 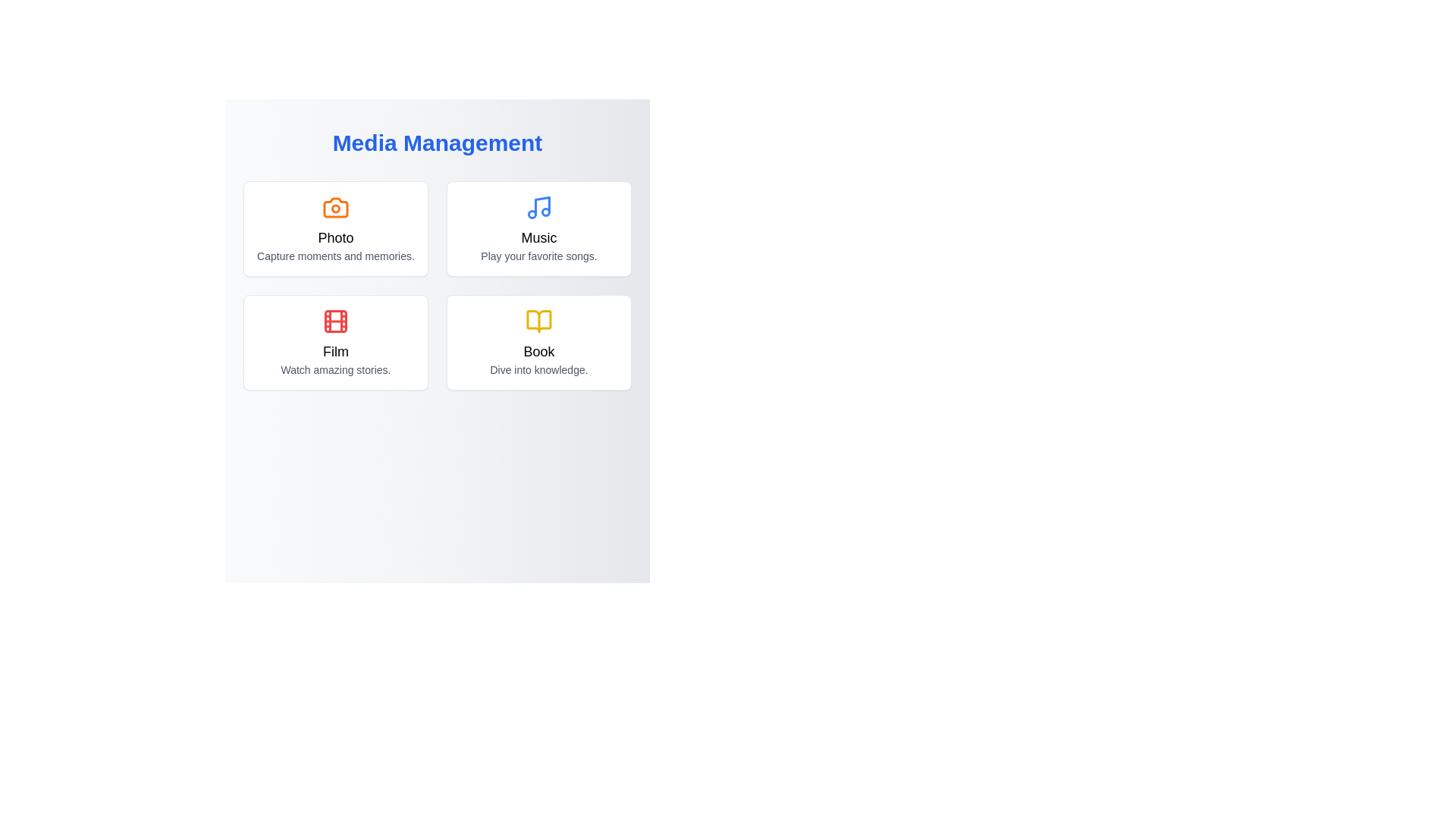 I want to click on text label that describes the 'Book' card, positioned below the 'Book' heading in the fourth card of the grid layout, so click(x=538, y=370).